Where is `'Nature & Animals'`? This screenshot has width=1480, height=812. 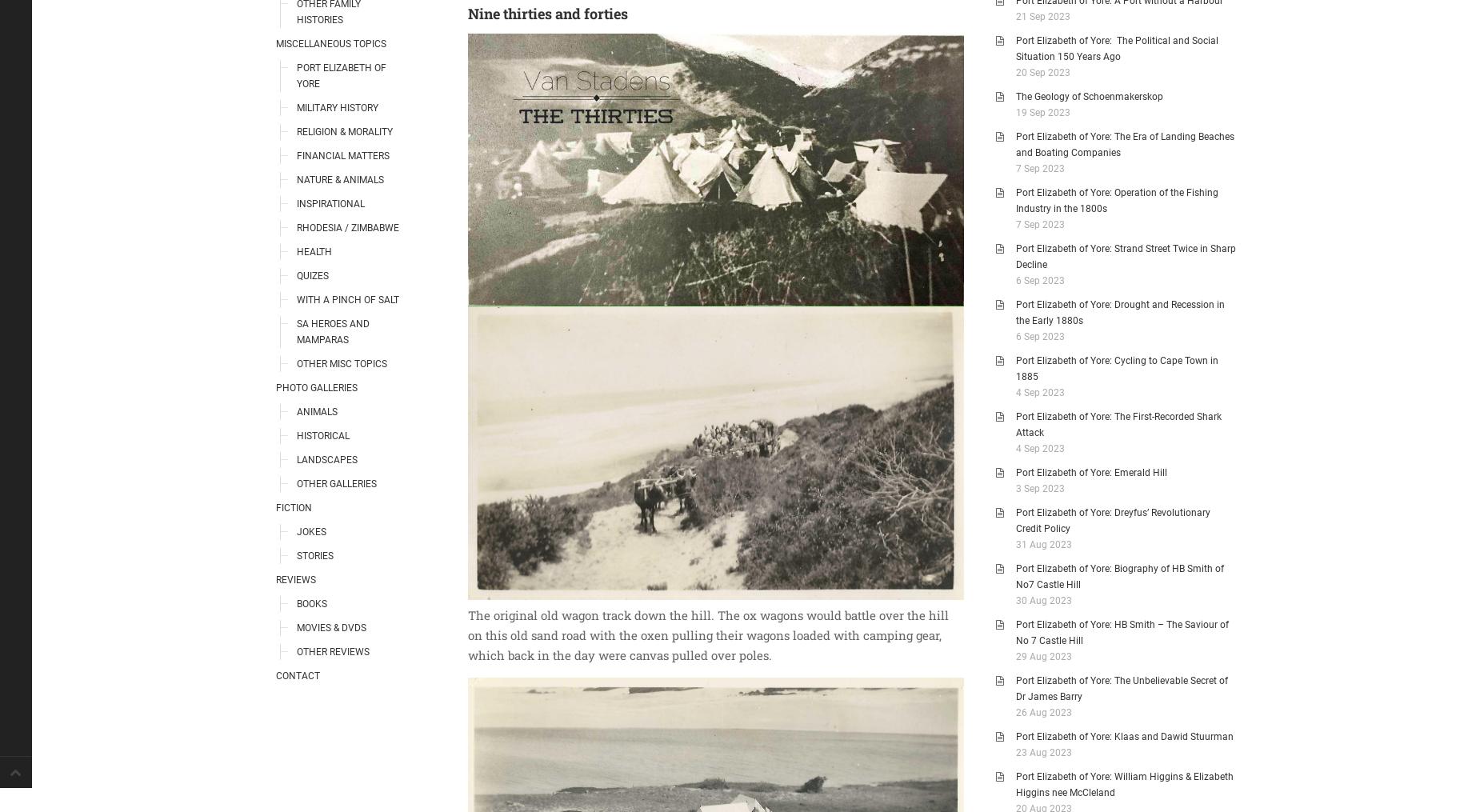 'Nature & Animals' is located at coordinates (339, 179).